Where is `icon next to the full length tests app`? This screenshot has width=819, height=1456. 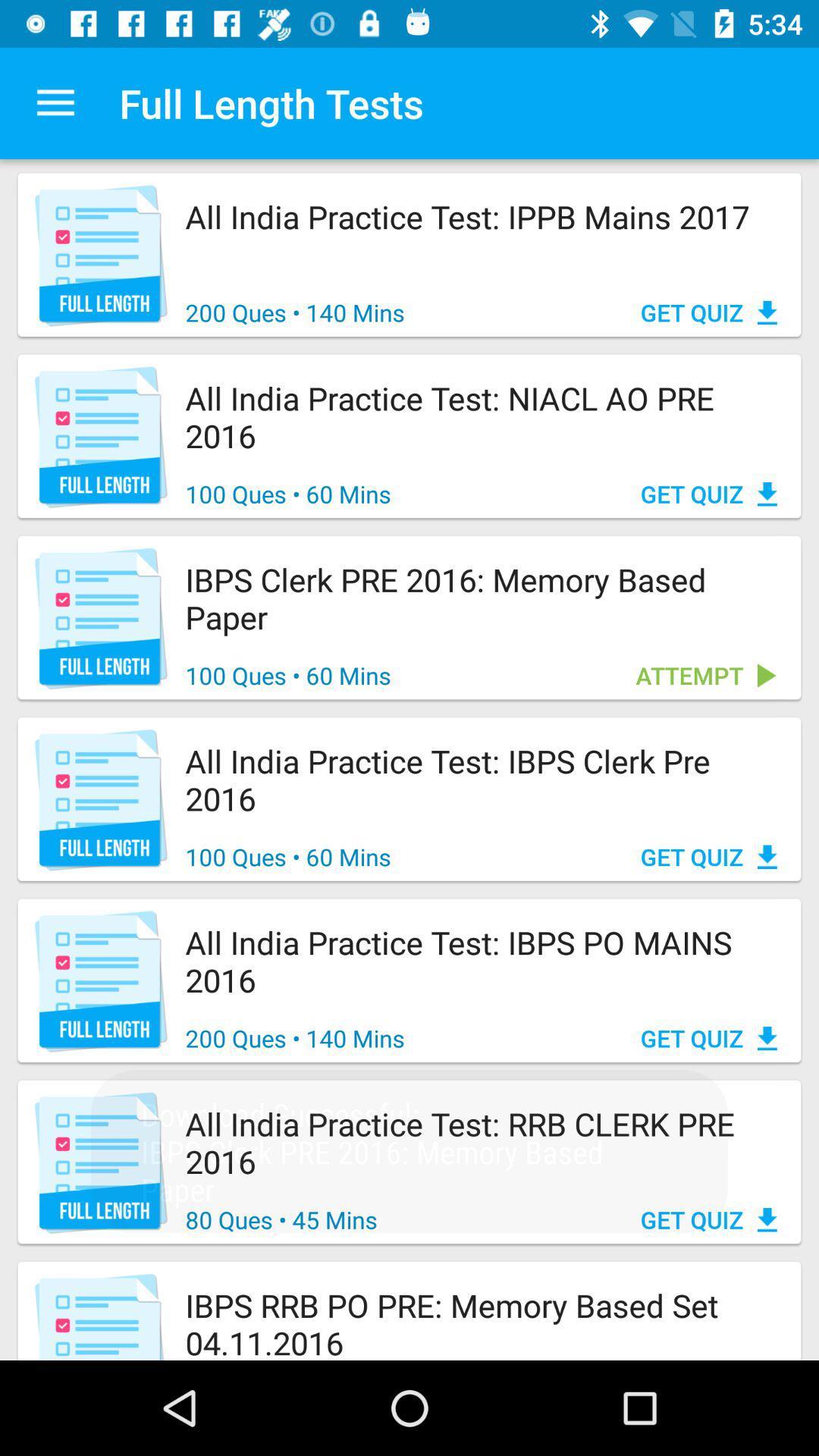 icon next to the full length tests app is located at coordinates (55, 102).